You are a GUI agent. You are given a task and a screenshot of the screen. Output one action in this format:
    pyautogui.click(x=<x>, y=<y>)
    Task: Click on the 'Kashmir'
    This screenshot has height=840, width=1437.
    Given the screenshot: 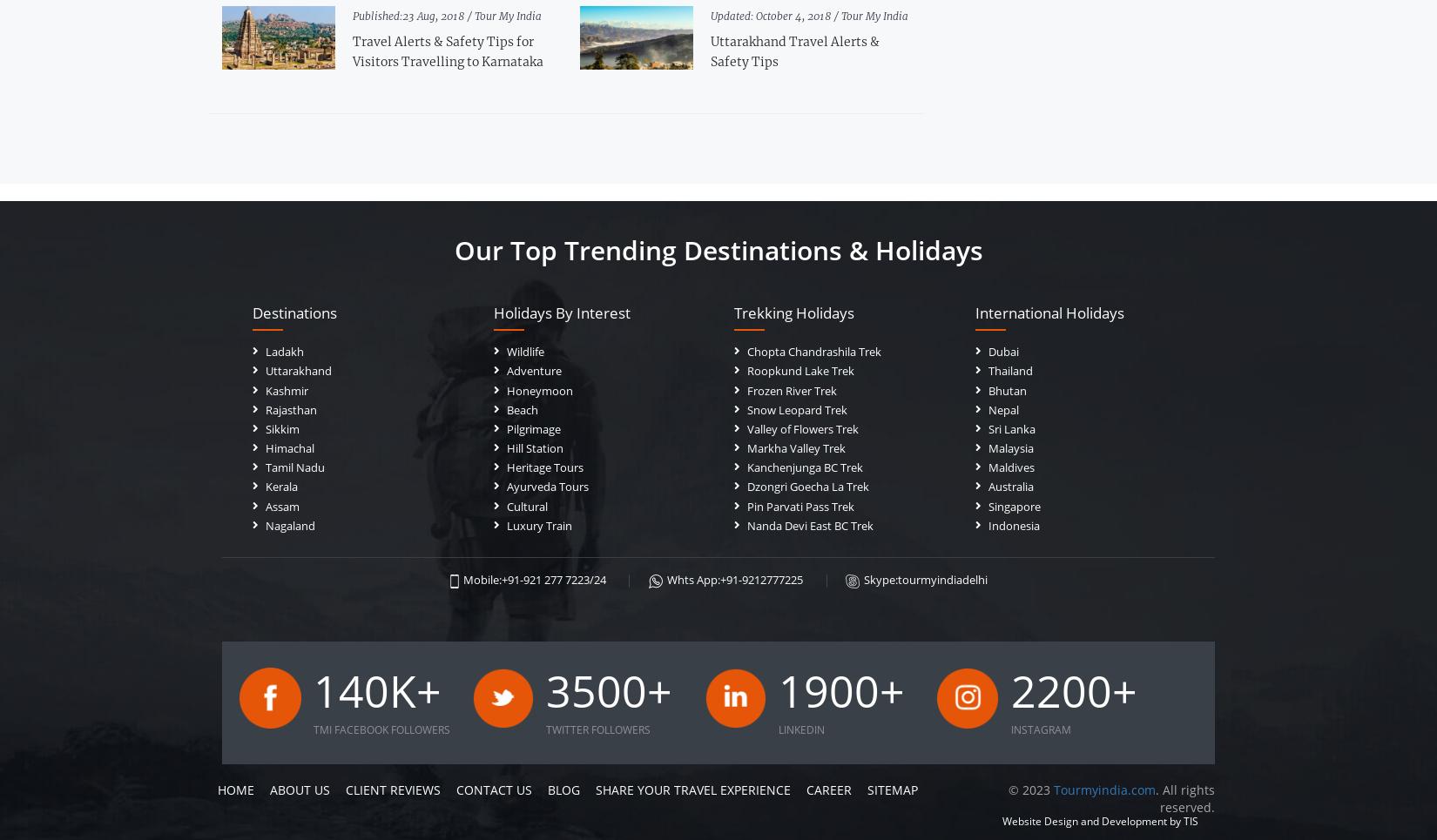 What is the action you would take?
    pyautogui.click(x=287, y=388)
    